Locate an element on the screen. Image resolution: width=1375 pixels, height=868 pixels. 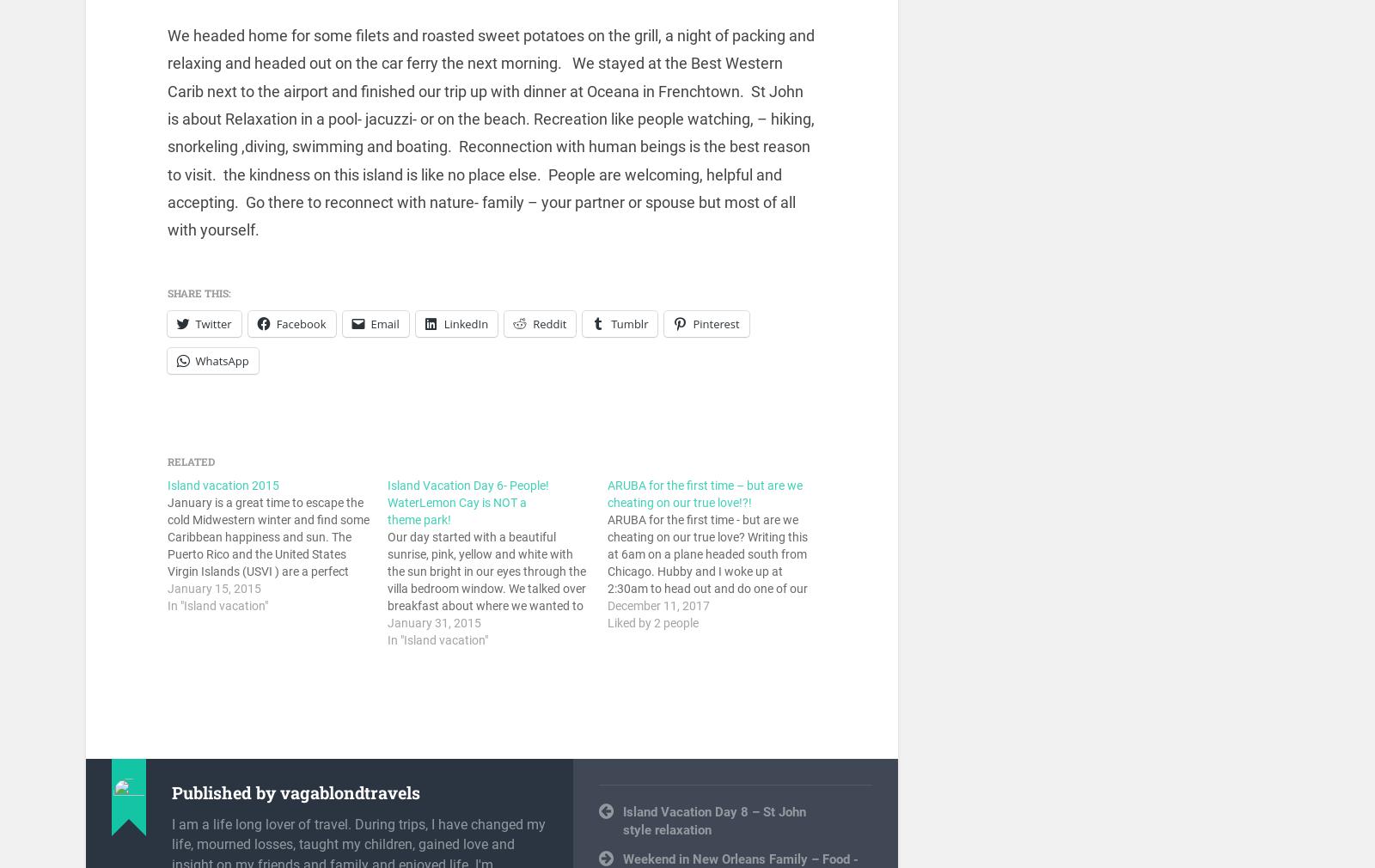
',' is located at coordinates (714, 794).